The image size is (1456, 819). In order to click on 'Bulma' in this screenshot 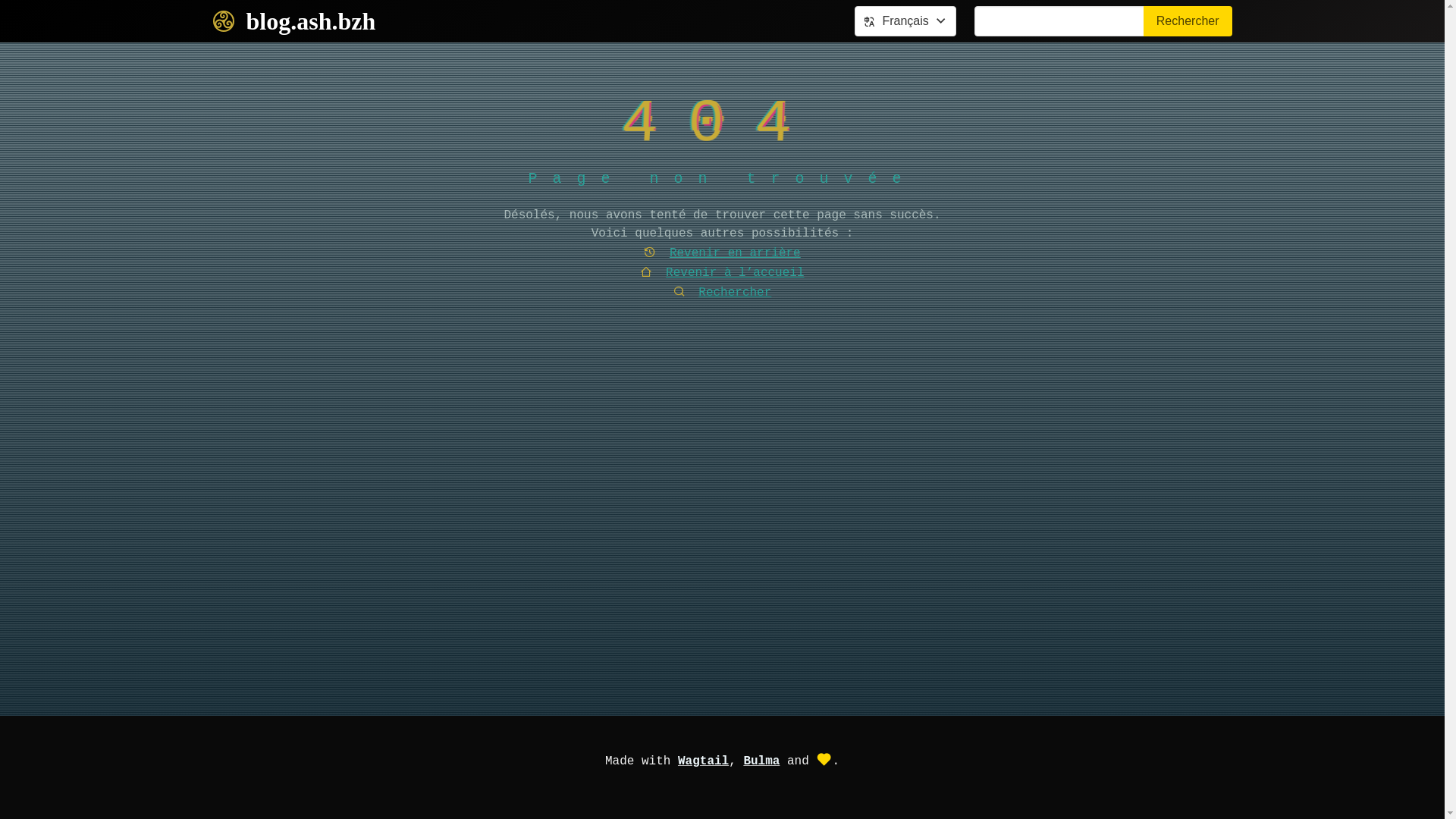, I will do `click(761, 761)`.